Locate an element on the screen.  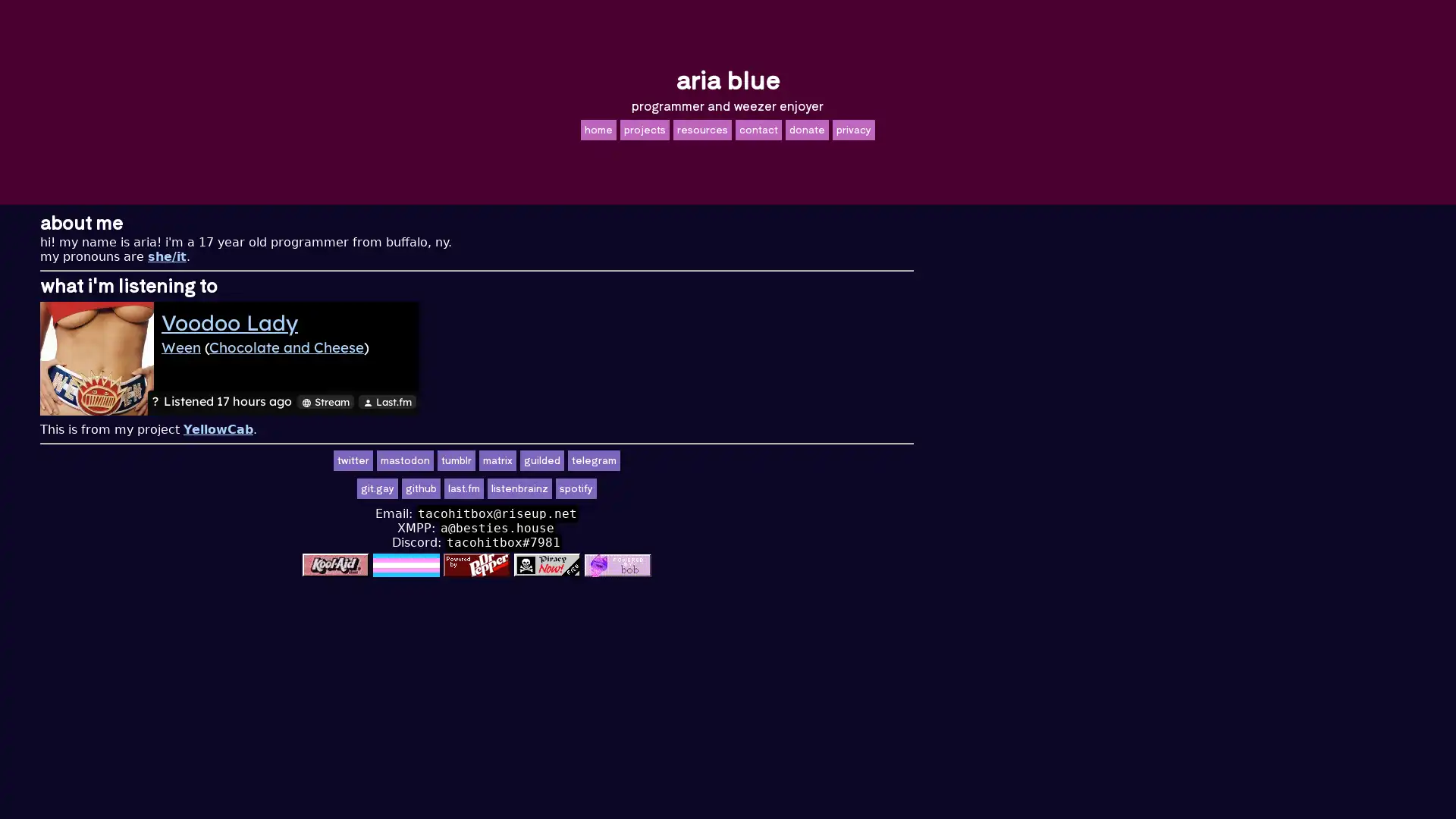
twitter is located at coordinates (603, 460).